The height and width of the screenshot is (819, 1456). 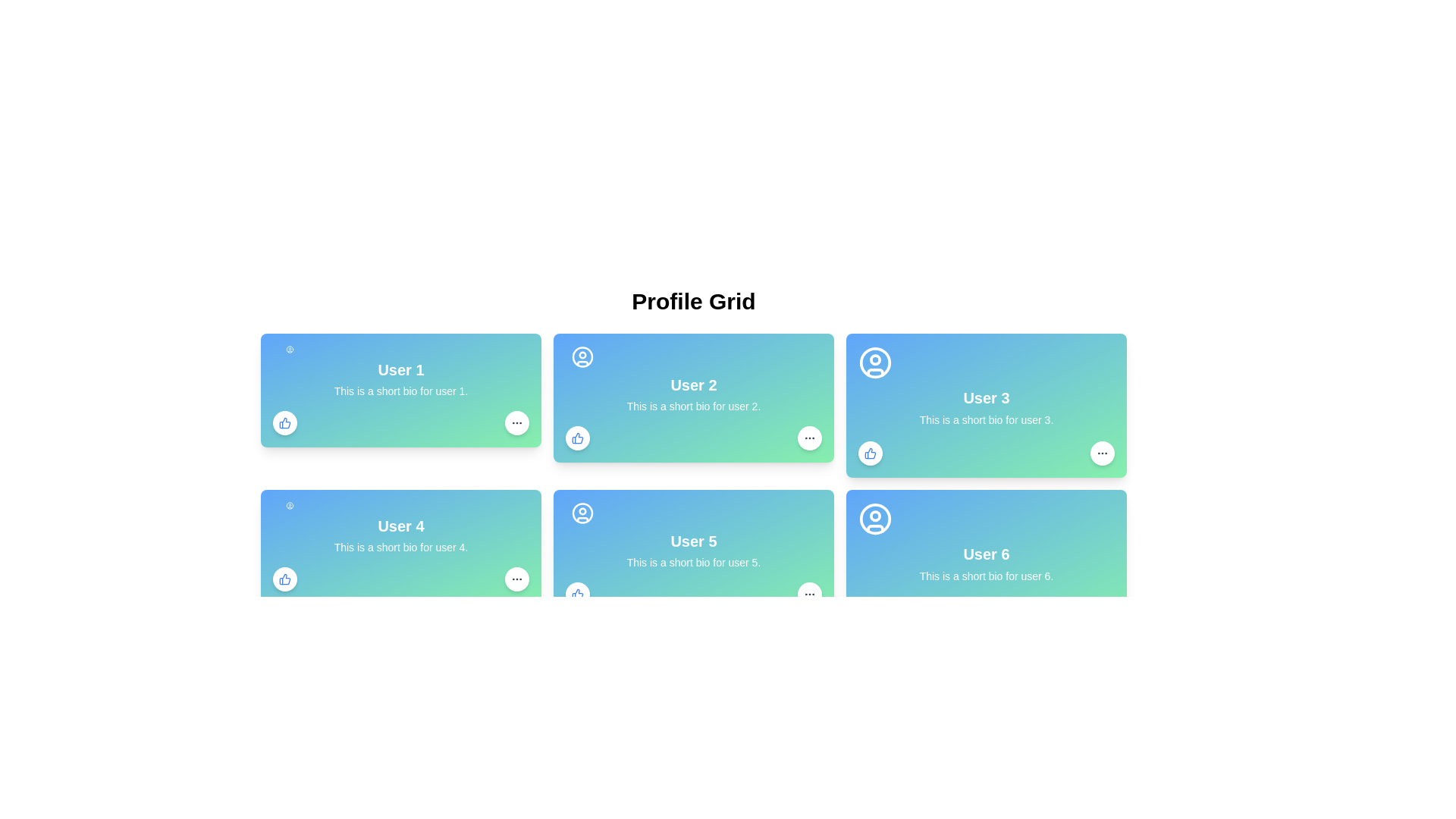 I want to click on the static text that reads 'This is a short bio for user 3.' which is styled with a small font size and located within the blue-to-green gradient card associated with 'User 3.', so click(x=986, y=420).